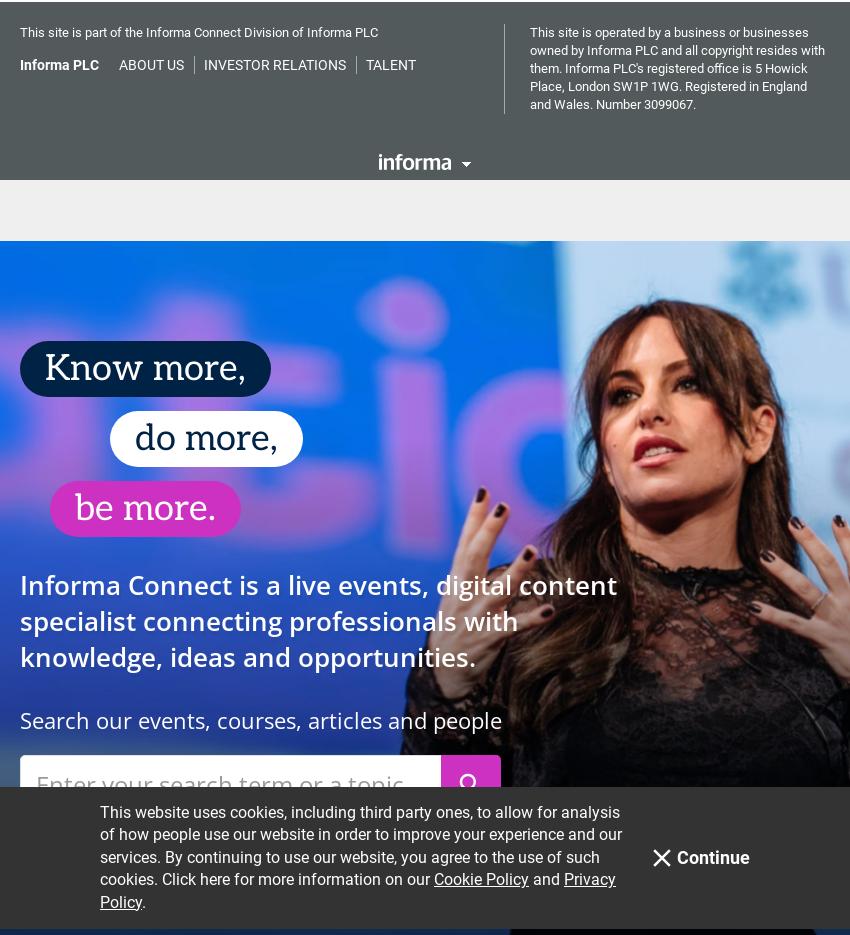  Describe the element at coordinates (661, 70) in the screenshot. I see `'close'` at that location.